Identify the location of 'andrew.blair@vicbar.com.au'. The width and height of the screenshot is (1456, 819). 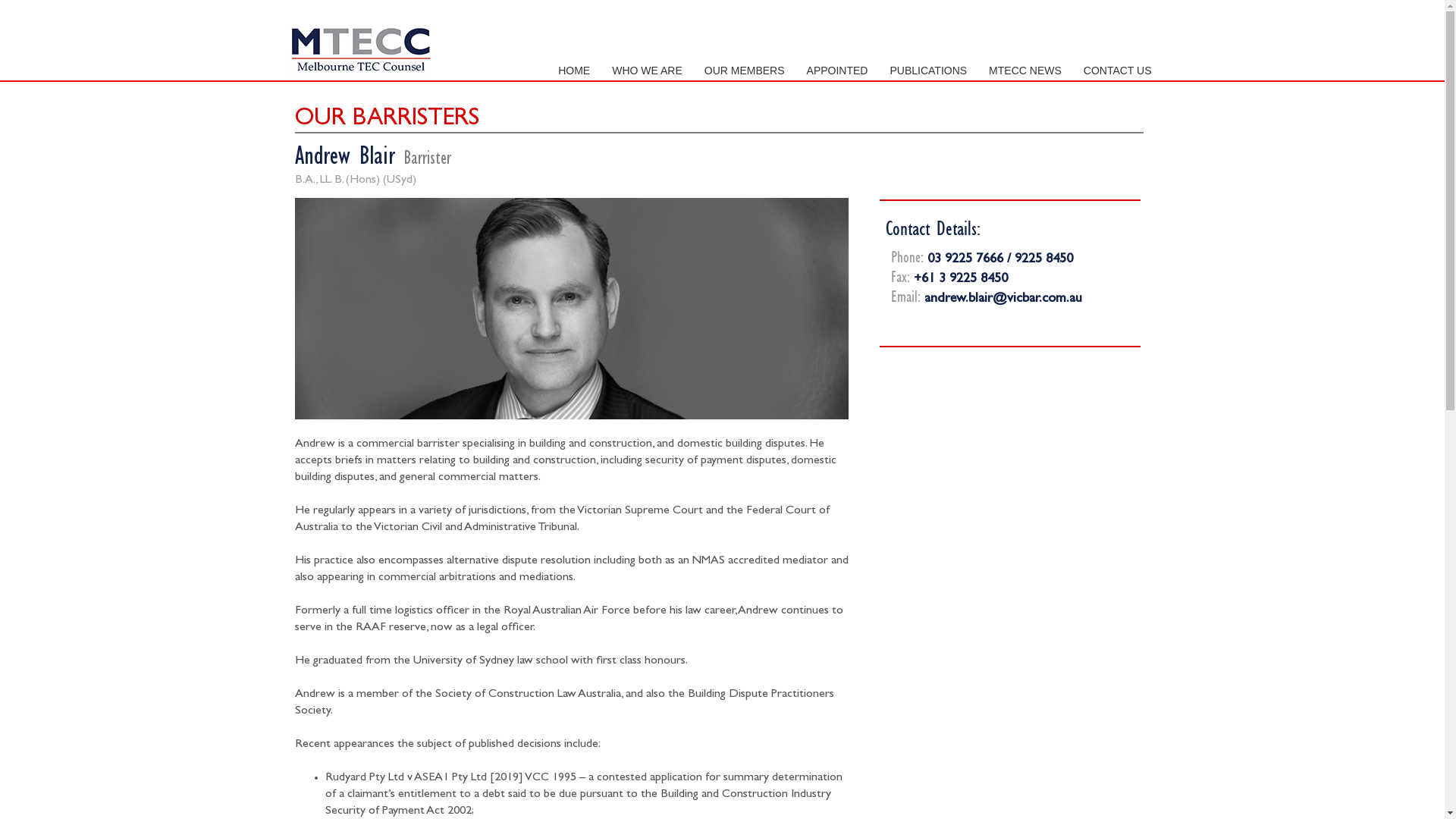
(1003, 299).